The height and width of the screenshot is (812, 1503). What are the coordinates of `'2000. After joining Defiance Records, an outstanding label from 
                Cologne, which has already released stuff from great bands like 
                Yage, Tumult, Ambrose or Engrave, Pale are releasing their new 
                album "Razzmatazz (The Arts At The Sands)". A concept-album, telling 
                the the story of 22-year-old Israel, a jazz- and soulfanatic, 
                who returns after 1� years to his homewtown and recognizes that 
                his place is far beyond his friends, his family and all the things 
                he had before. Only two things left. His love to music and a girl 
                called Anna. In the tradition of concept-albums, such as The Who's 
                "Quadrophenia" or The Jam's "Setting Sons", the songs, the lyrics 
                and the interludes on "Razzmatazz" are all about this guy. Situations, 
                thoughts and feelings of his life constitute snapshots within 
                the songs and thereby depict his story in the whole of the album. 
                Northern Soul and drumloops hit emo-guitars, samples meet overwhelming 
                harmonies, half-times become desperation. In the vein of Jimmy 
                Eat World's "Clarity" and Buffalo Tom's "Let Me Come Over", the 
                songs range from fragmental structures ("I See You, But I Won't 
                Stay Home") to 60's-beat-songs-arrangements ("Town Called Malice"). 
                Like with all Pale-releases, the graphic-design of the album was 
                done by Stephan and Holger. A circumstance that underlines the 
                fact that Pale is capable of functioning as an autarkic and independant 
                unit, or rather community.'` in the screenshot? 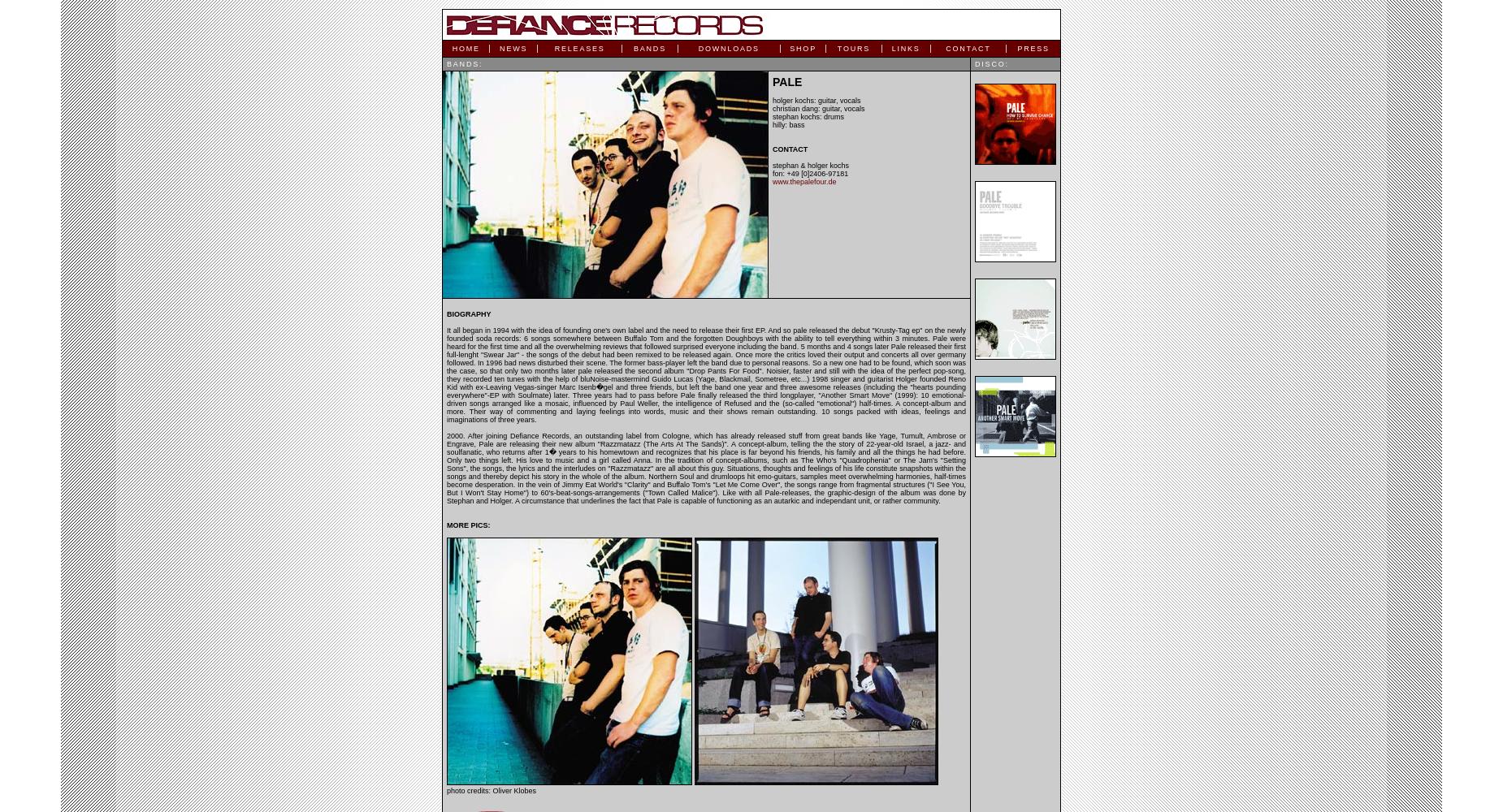 It's located at (706, 468).